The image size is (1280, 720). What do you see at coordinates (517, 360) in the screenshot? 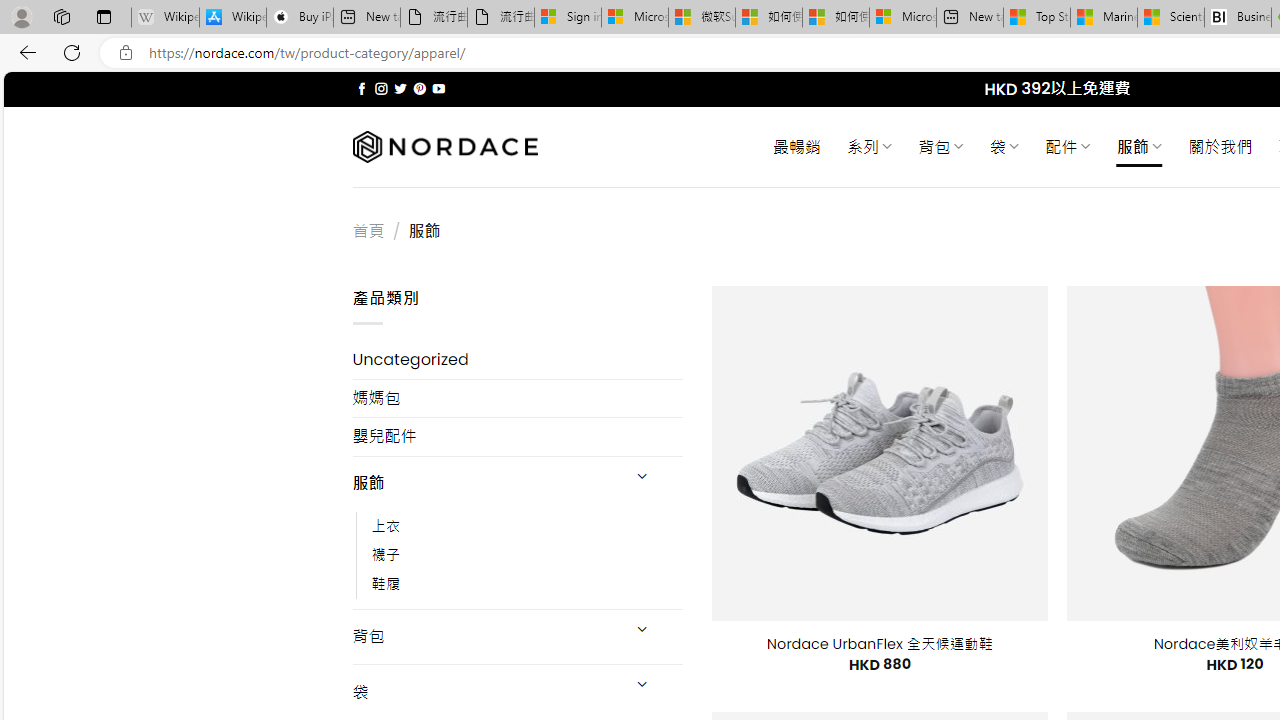
I see `'Uncategorized'` at bounding box center [517, 360].